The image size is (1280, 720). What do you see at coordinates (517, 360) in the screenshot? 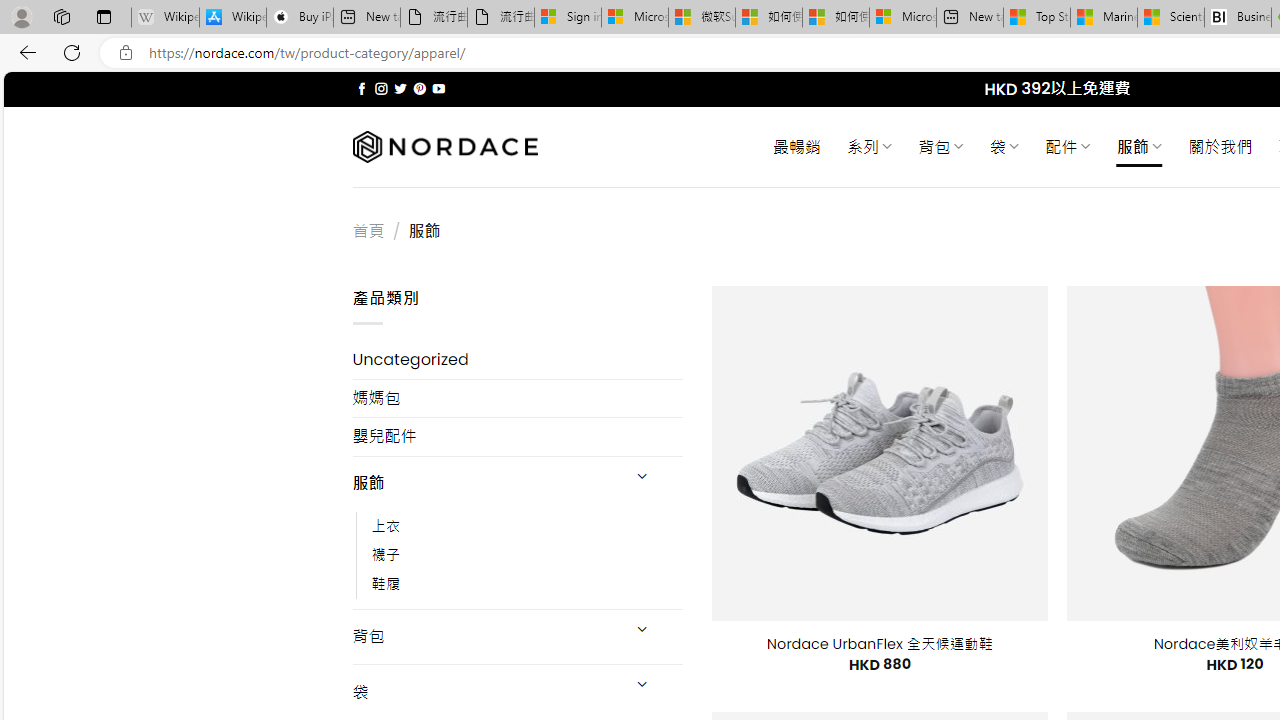
I see `'Uncategorized'` at bounding box center [517, 360].